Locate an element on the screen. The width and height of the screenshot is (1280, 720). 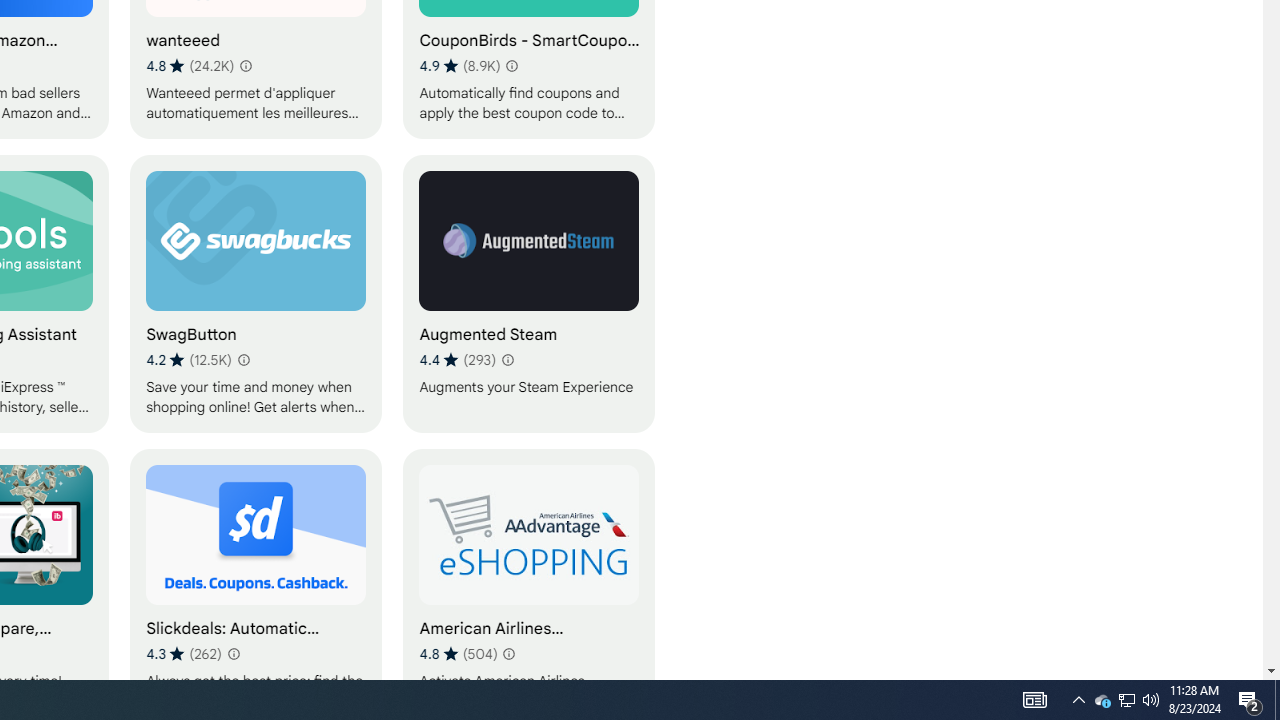
'Learn more about results and reviews "Augmented Steam"' is located at coordinates (506, 360).